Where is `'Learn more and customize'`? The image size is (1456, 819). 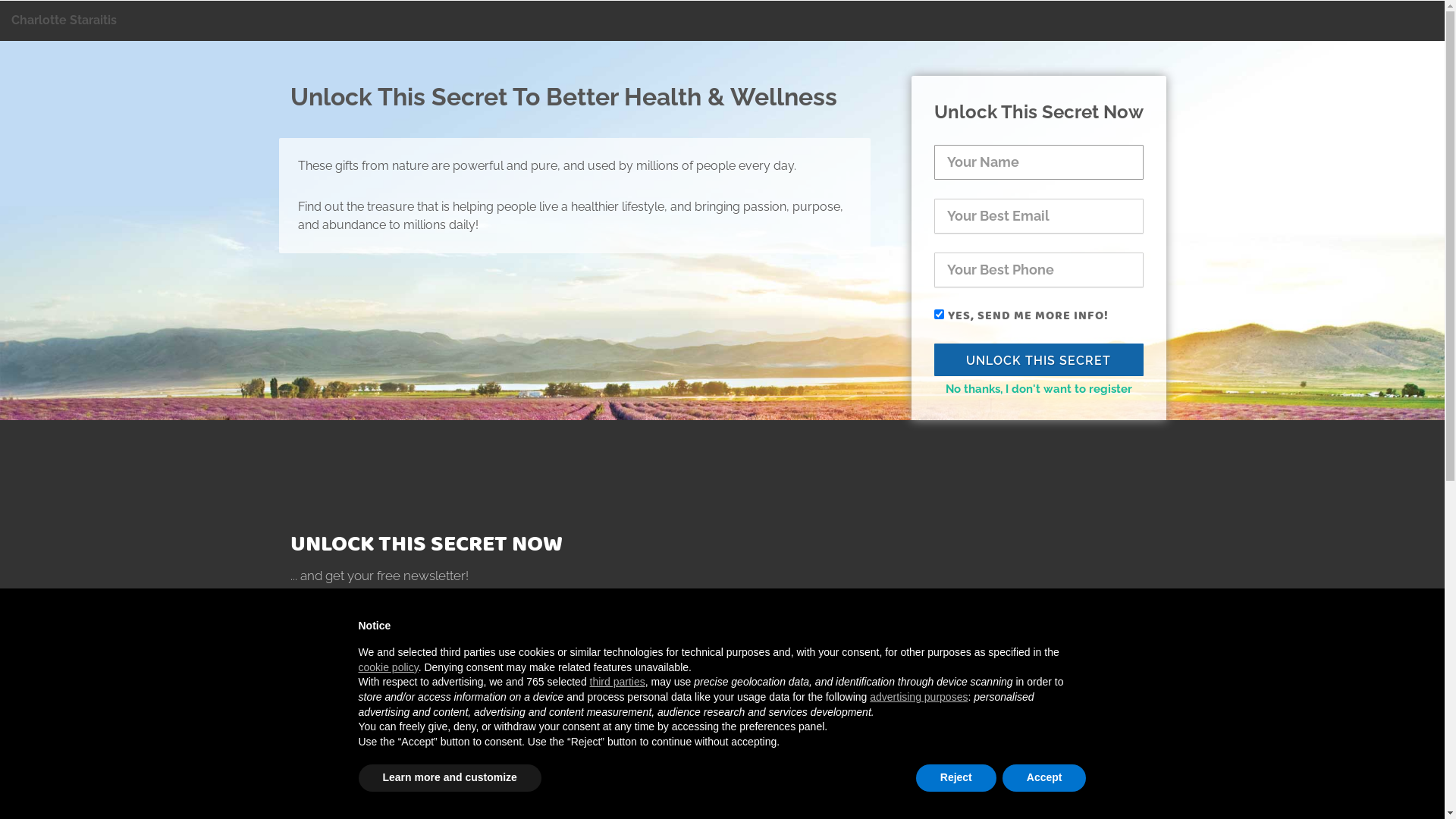 'Learn more and customize' is located at coordinates (448, 778).